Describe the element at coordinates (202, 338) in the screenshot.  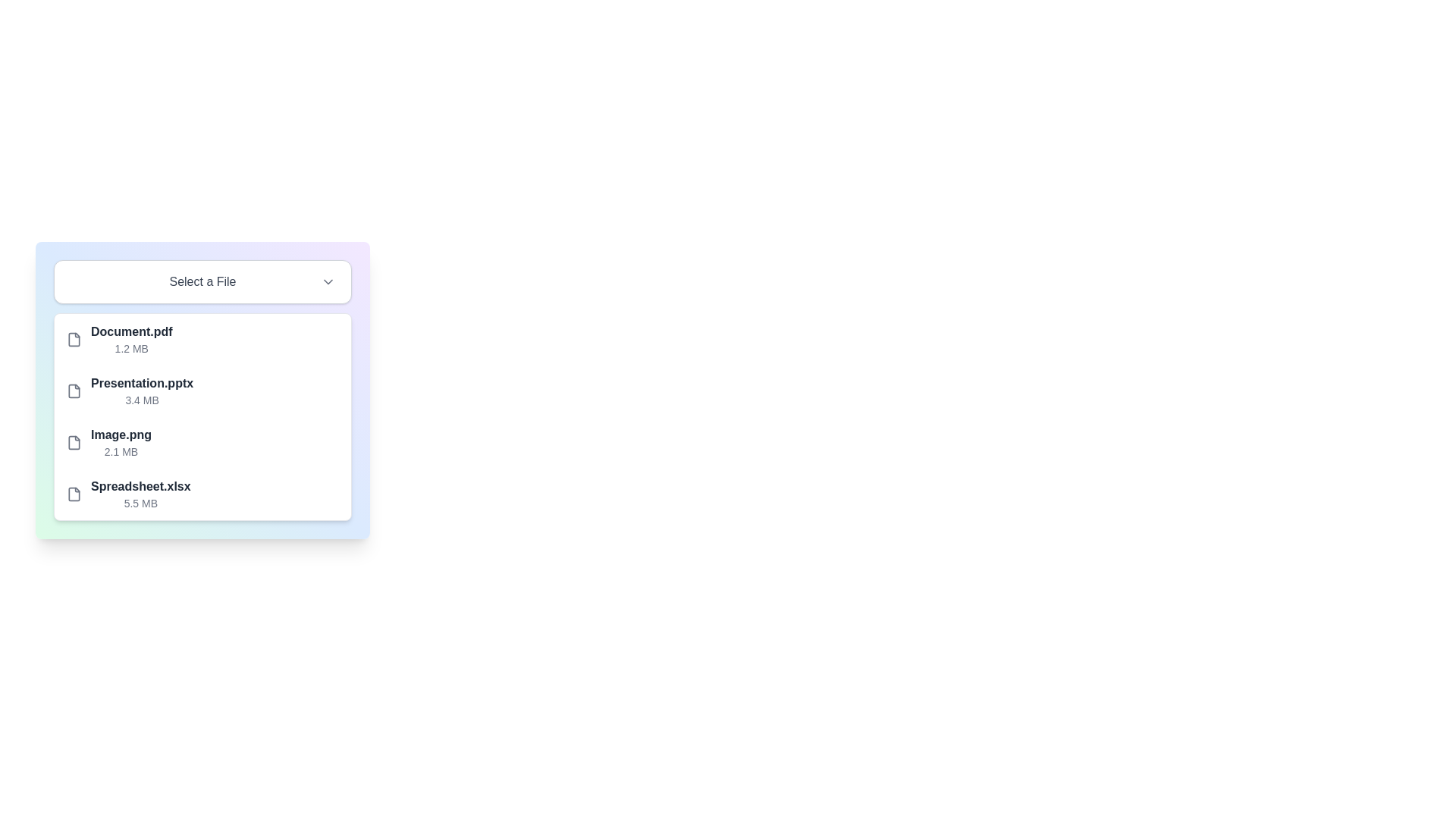
I see `the first file entry row in the file picker interface` at that location.